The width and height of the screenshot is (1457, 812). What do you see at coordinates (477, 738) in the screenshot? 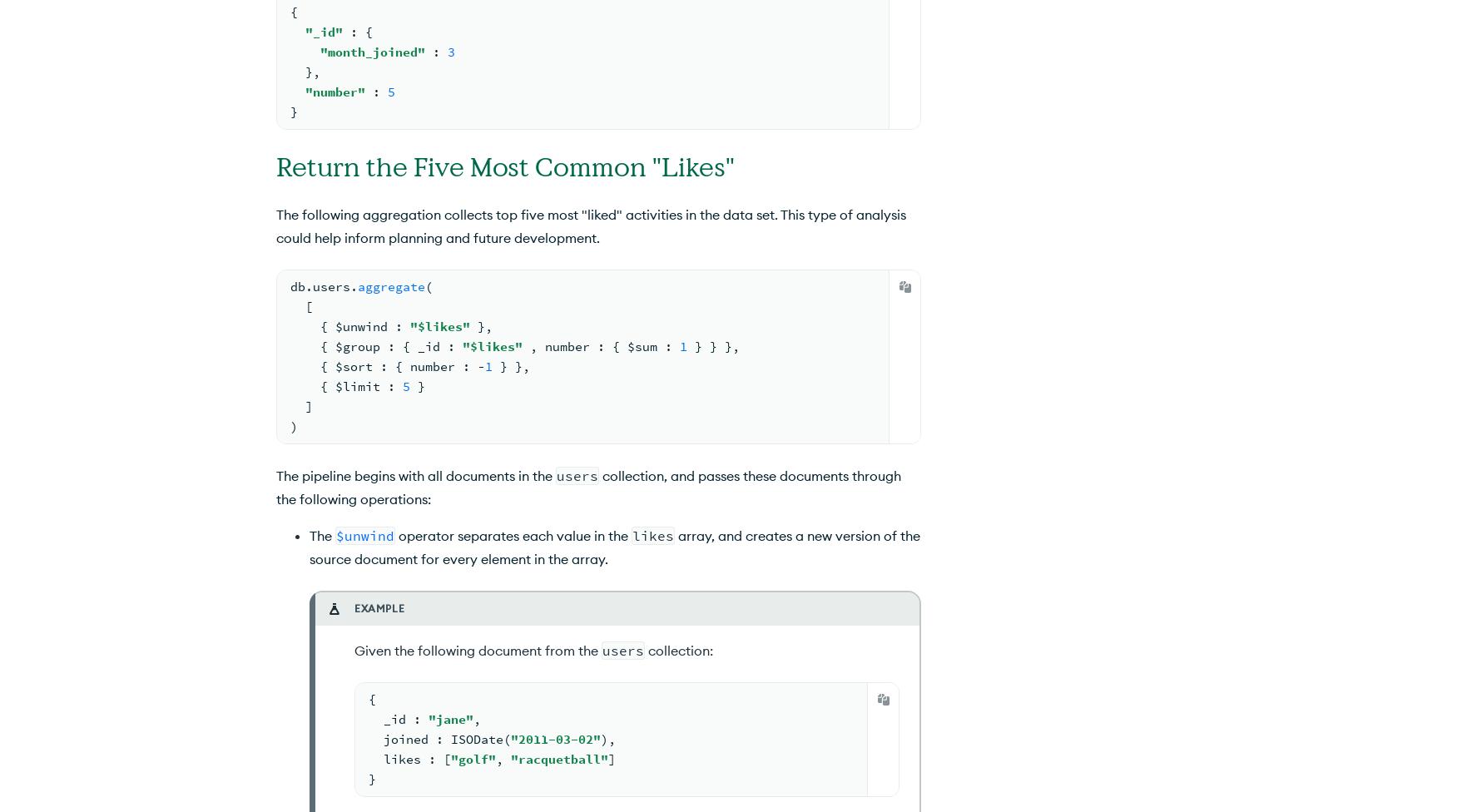
I see `'ISODate'` at bounding box center [477, 738].